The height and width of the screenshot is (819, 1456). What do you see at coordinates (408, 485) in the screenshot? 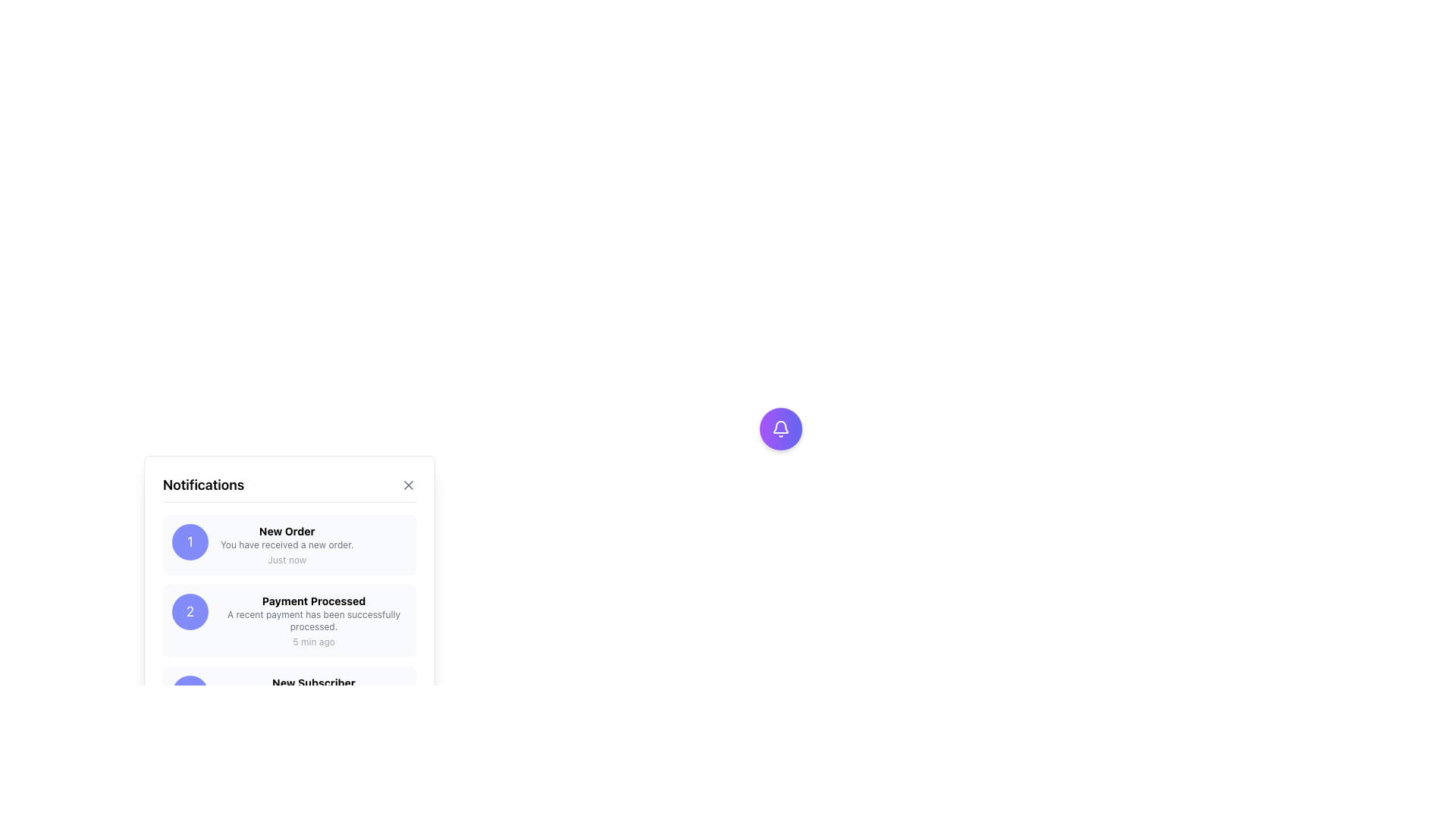
I see `the close button represented by an 'X' icon located to the right of the 'Notifications' title` at bounding box center [408, 485].